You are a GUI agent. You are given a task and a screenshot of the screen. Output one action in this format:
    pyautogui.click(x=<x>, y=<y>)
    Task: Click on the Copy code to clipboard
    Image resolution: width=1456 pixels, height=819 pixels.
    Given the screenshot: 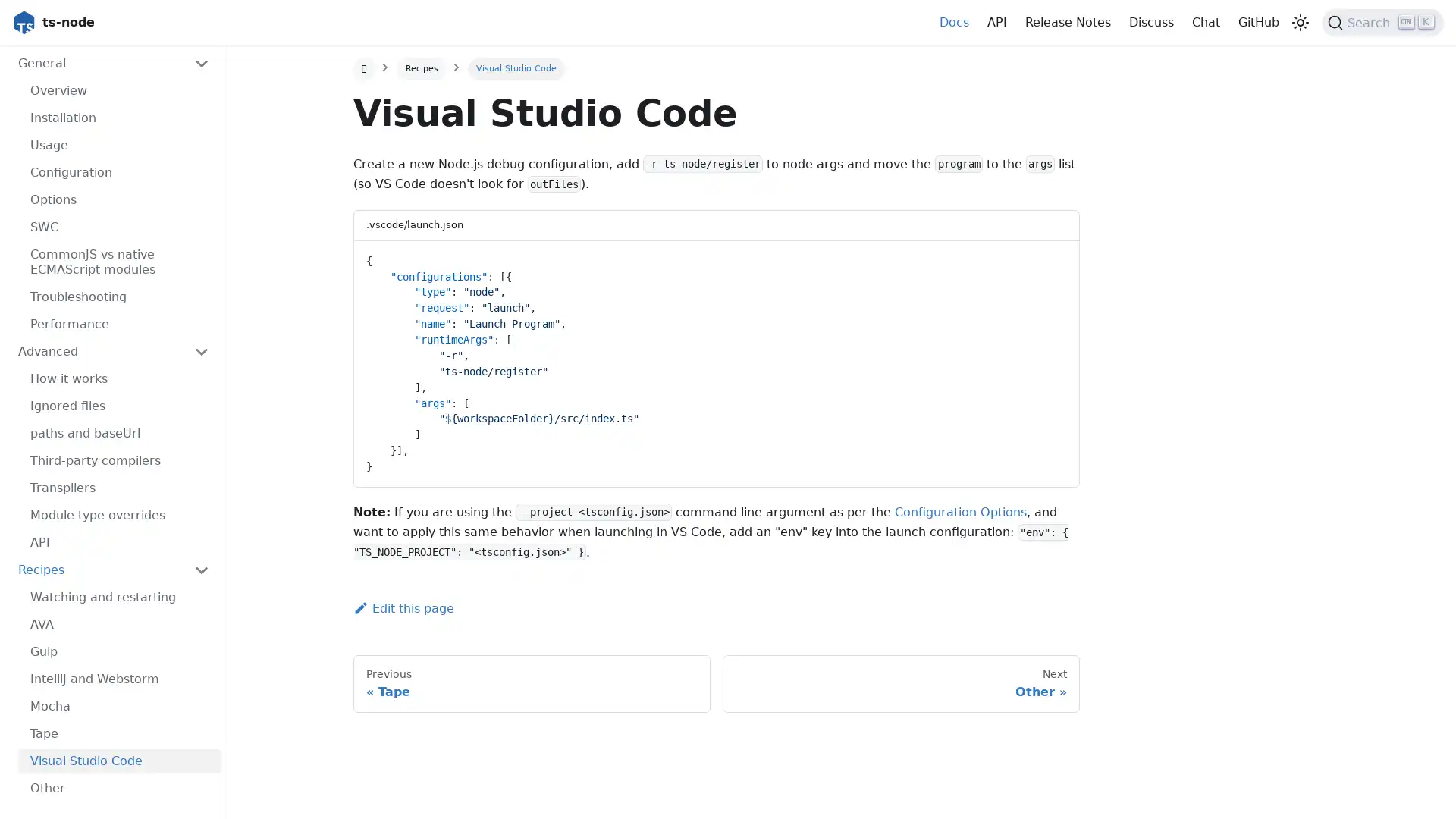 What is the action you would take?
    pyautogui.click(x=1053, y=256)
    